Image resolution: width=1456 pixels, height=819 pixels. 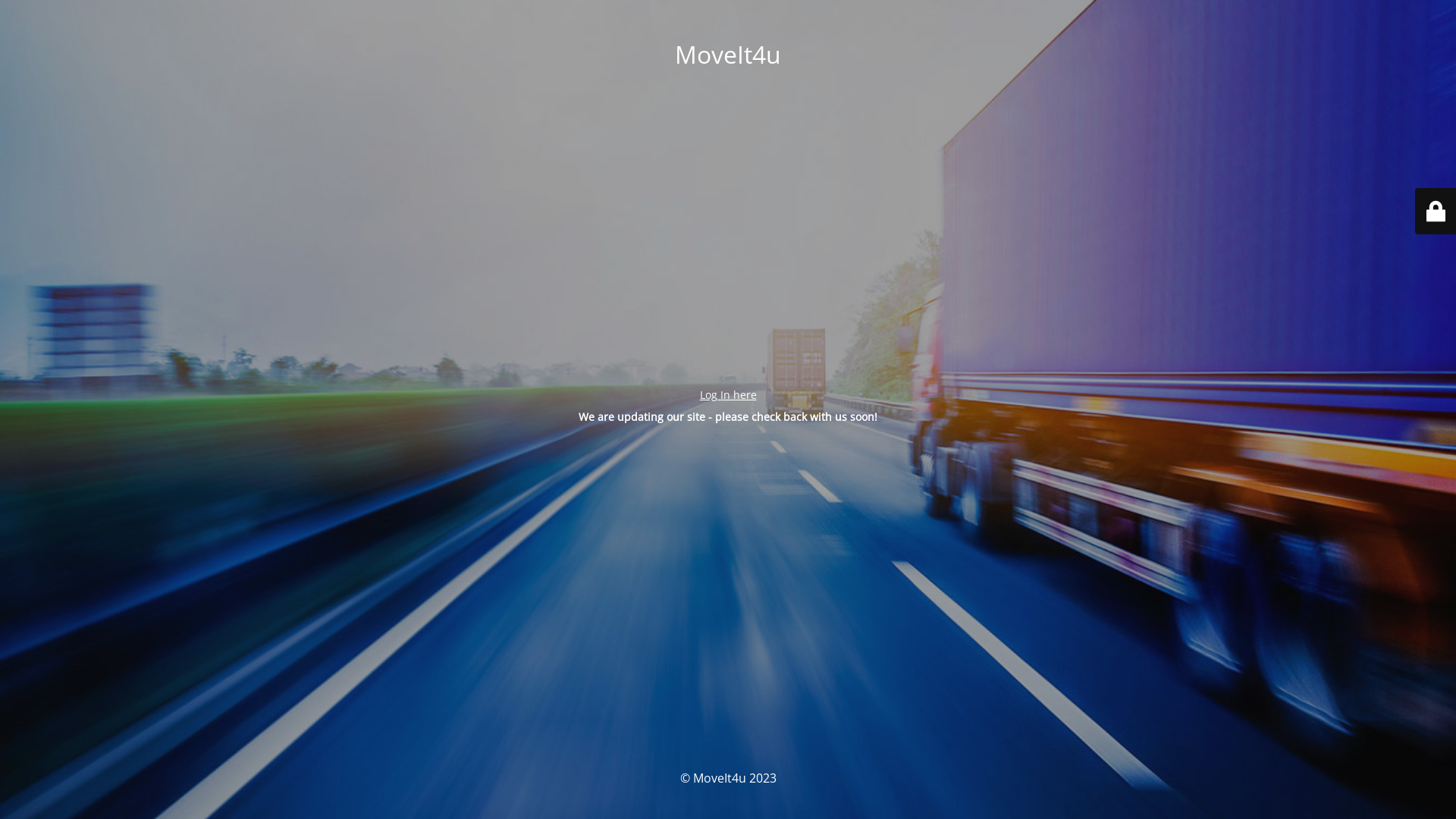 I want to click on 'Log In here', so click(x=726, y=394).